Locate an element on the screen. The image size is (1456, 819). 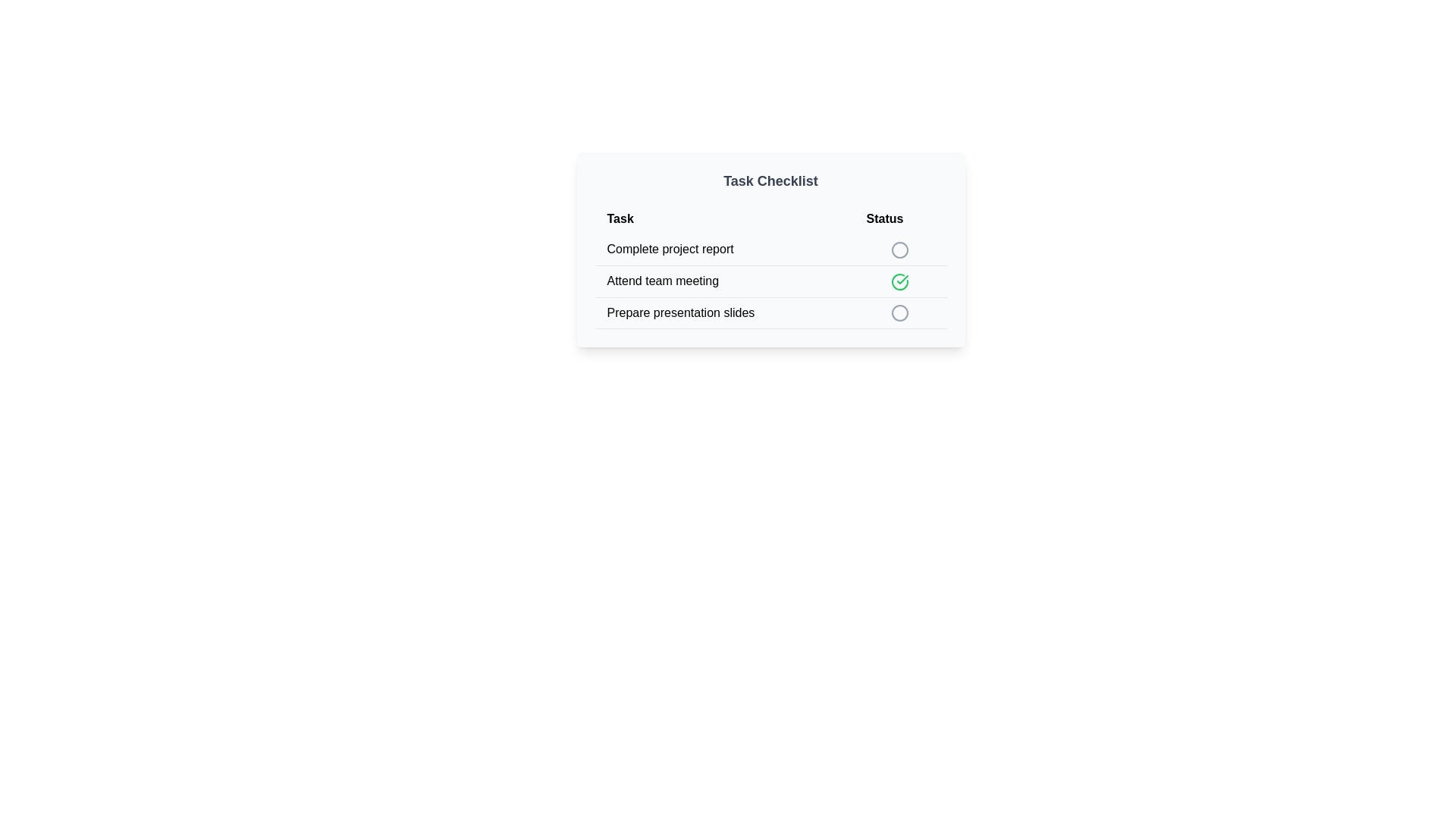
the status marker of the first task item in the checklist to toggle its completion status is located at coordinates (770, 249).